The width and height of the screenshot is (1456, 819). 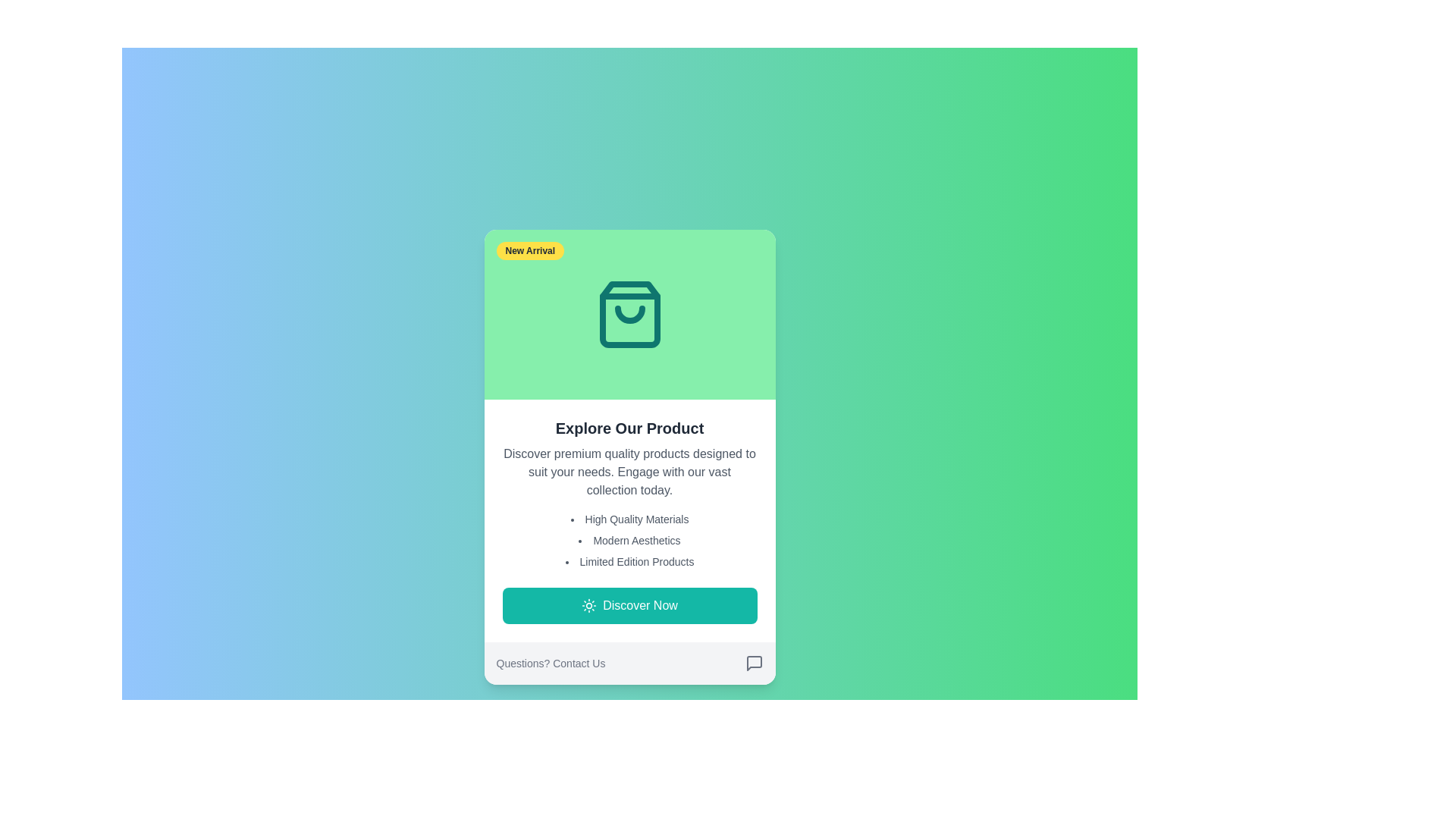 What do you see at coordinates (754, 663) in the screenshot?
I see `the message bubble icon in the footer section of the card component, which has a gray outline and a hollow center, located at the bottom-right corner aligned with the text 'Questions? Contact Us'` at bounding box center [754, 663].